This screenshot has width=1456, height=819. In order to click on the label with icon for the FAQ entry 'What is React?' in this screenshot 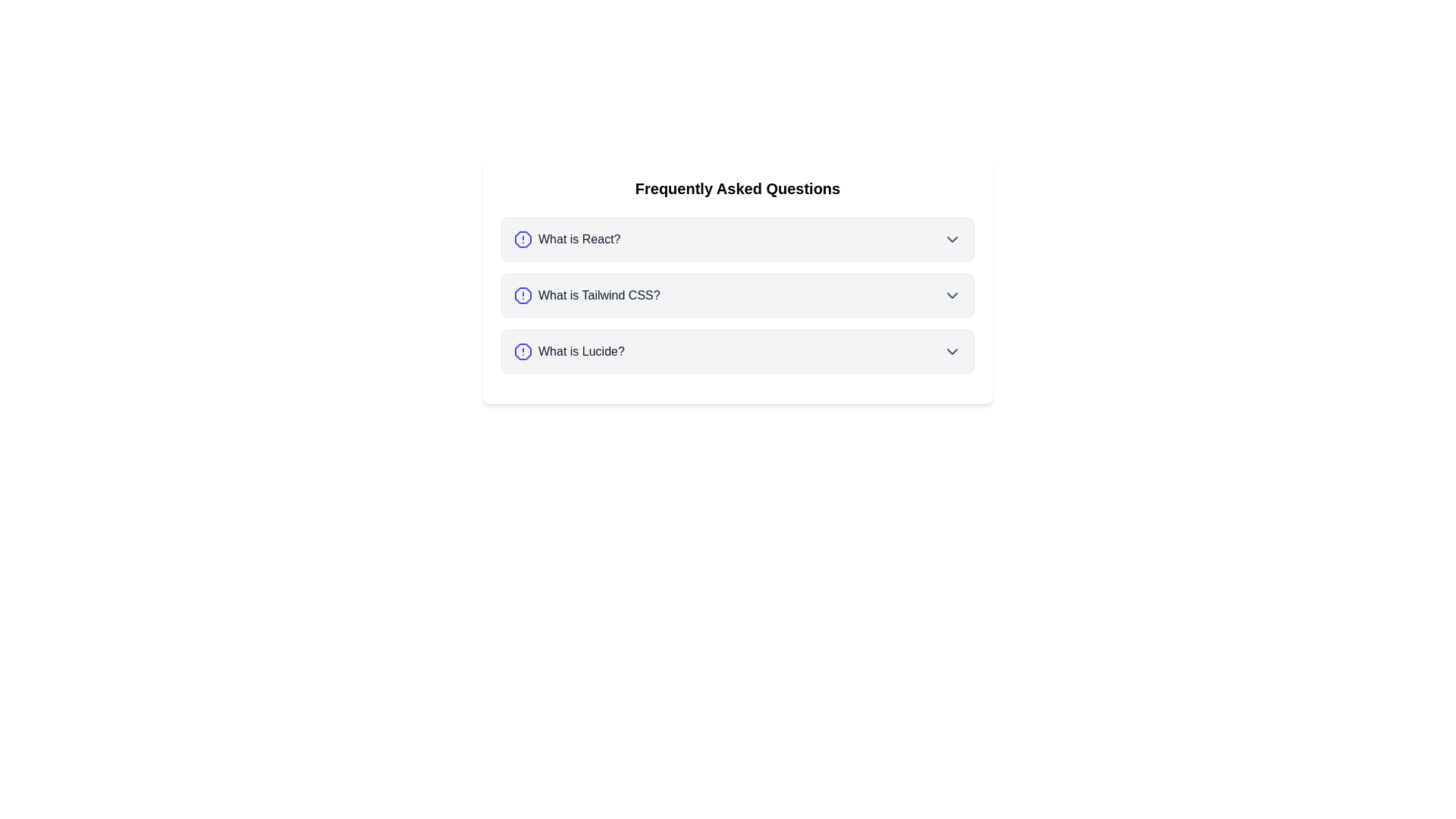, I will do `click(566, 239)`.